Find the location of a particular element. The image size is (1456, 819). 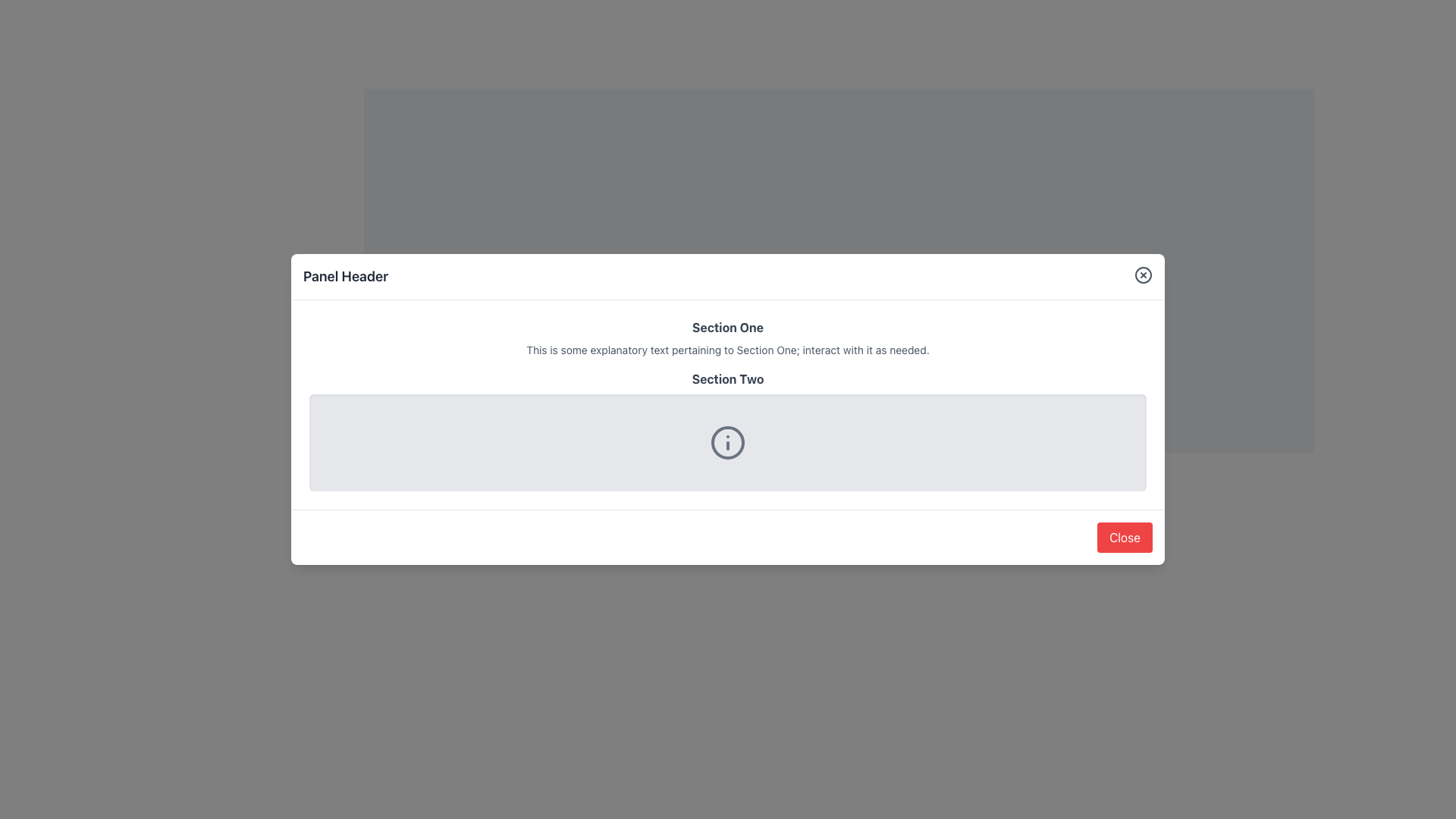

text label located centrally beneath the horizontal line divider, which serves as a heading for the section is located at coordinates (728, 378).